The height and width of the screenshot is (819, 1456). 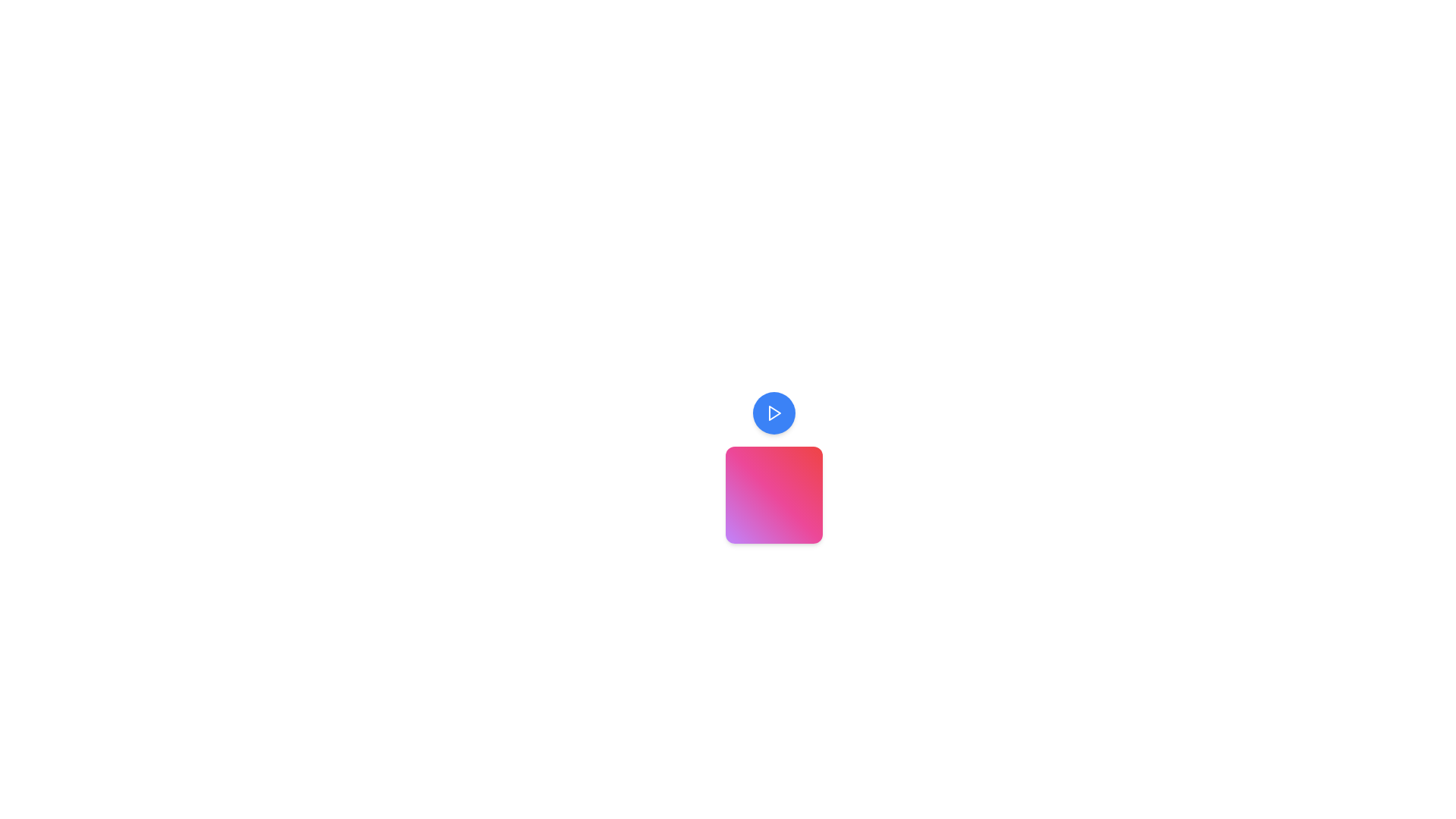 What do you see at coordinates (773, 413) in the screenshot?
I see `the circular blue button with a white play icon to observe the animation effect` at bounding box center [773, 413].